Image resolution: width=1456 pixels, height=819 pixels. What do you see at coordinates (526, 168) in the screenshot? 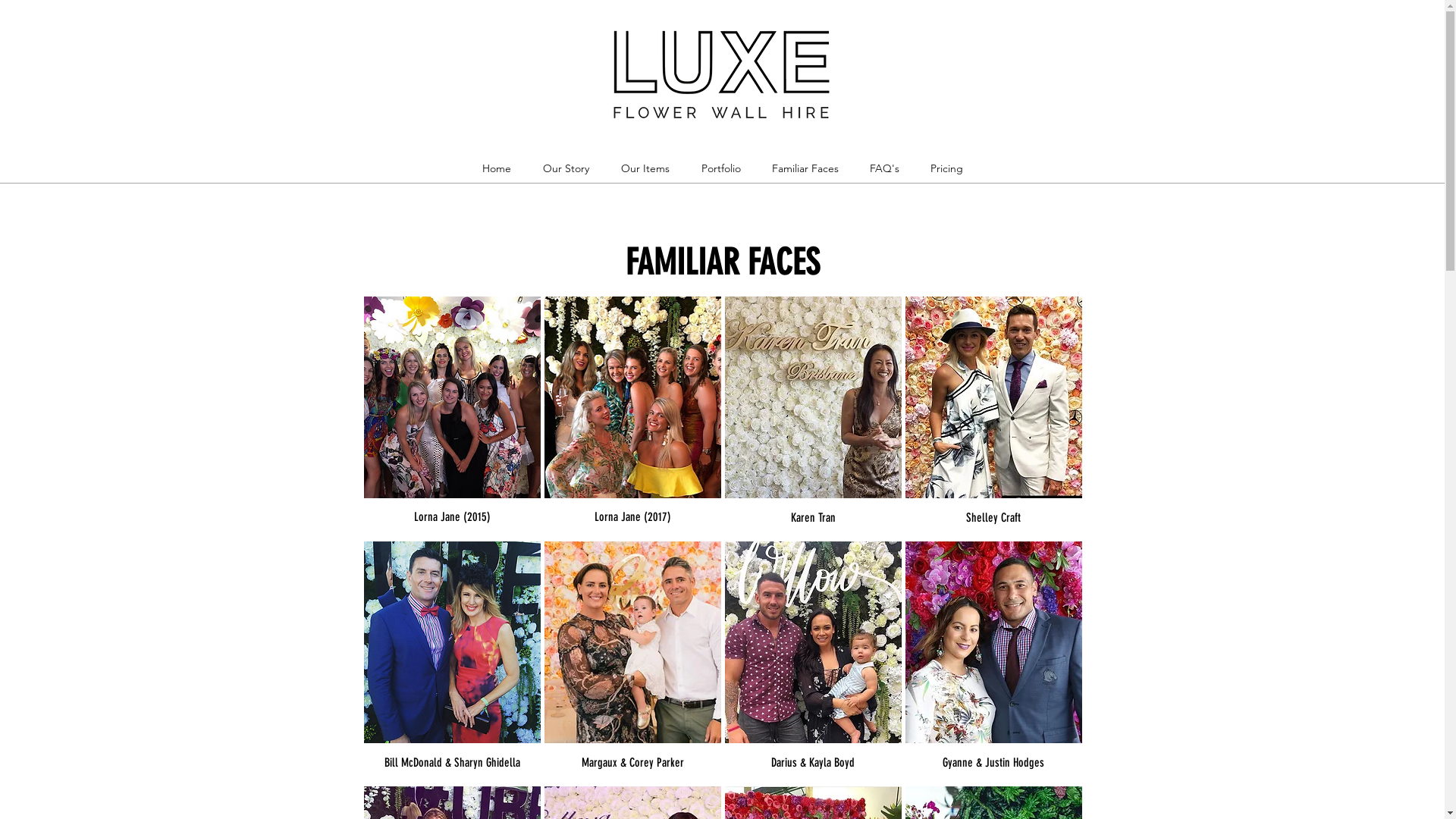
I see `'Our Story'` at bounding box center [526, 168].